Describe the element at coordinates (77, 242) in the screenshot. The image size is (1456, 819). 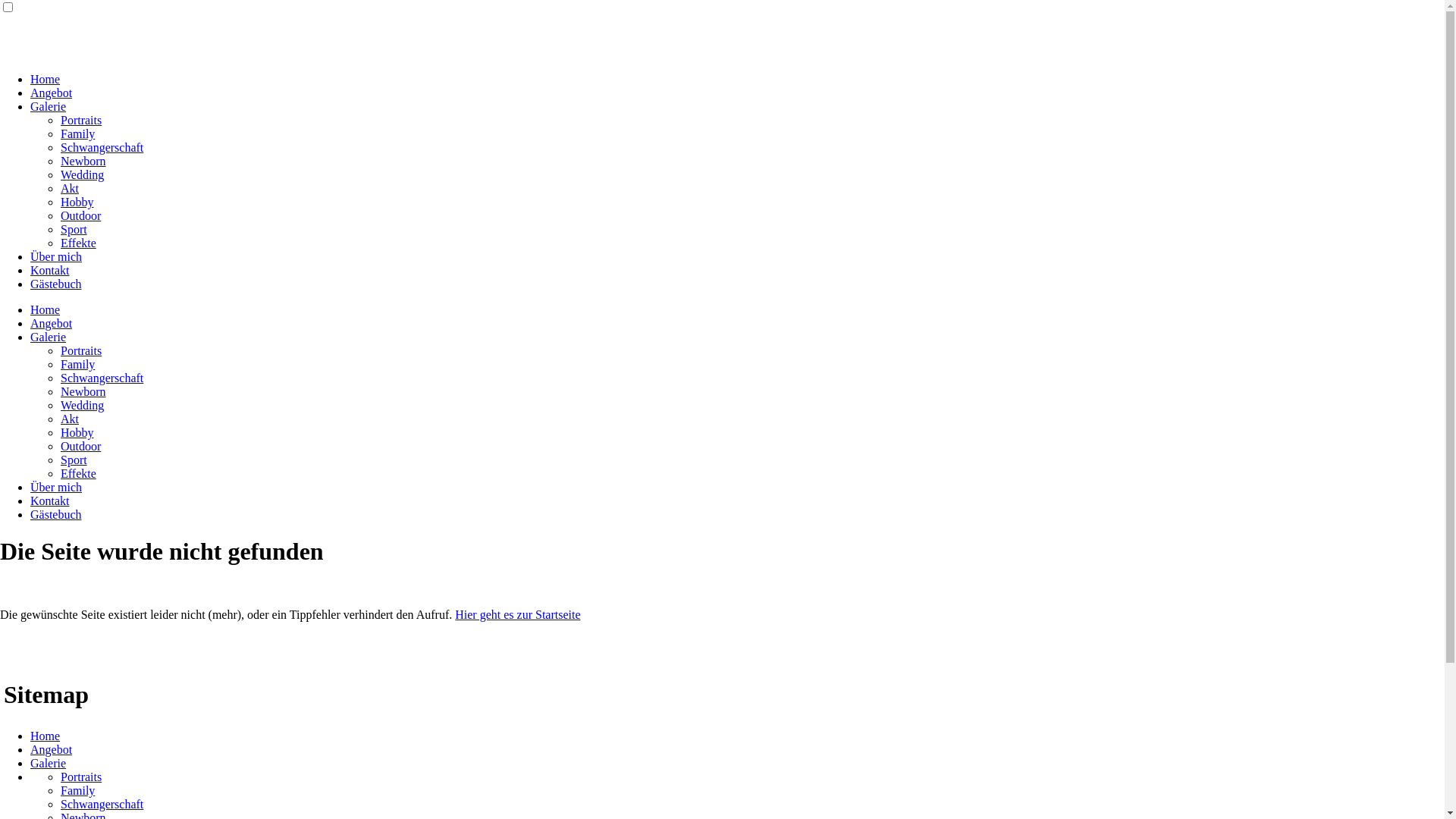
I see `'Effekte'` at that location.